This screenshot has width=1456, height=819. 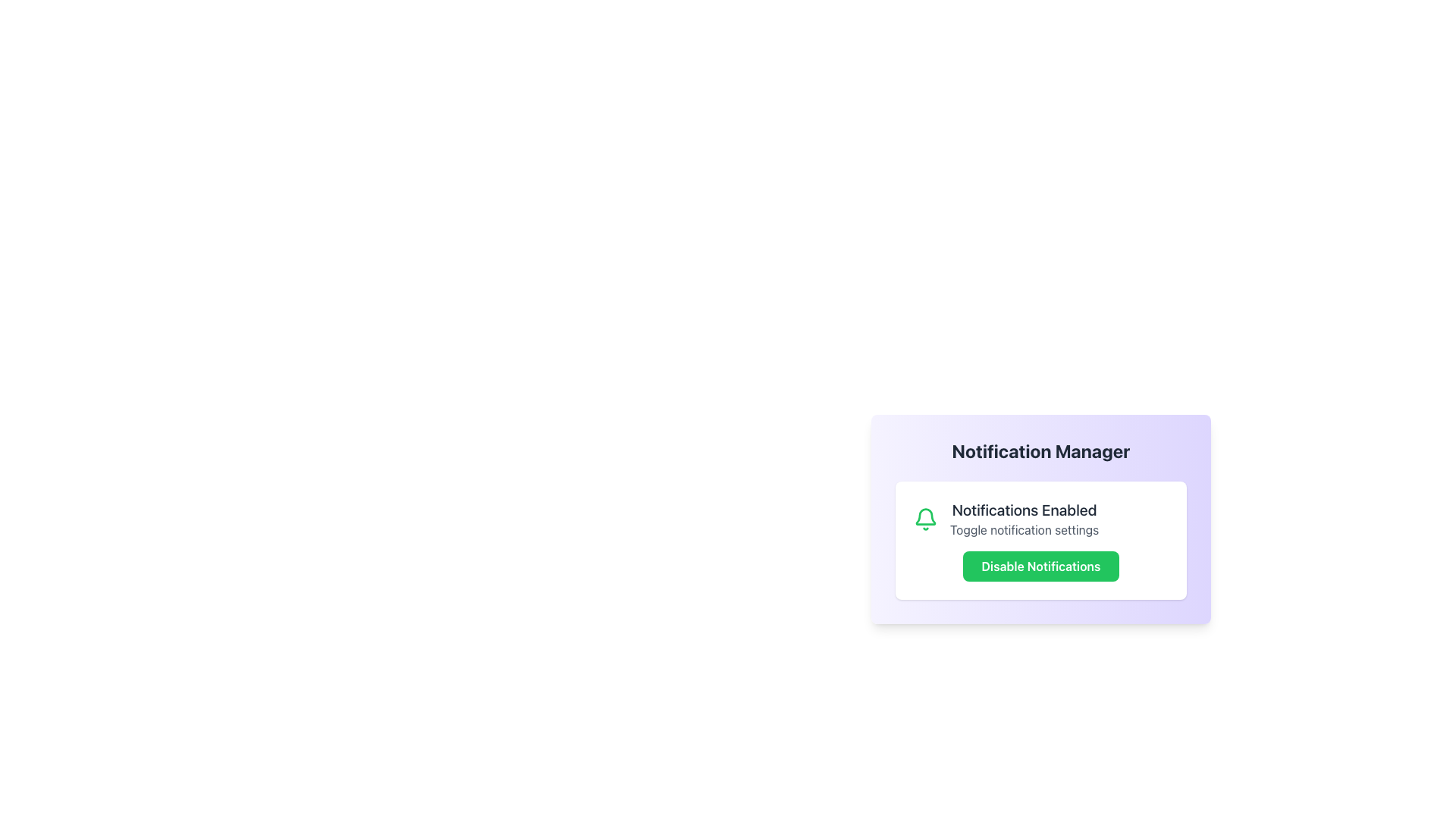 What do you see at coordinates (1040, 519) in the screenshot?
I see `the informational Text and icon label indicating that notifications are currently enabled, which is located at the top of a white card` at bounding box center [1040, 519].